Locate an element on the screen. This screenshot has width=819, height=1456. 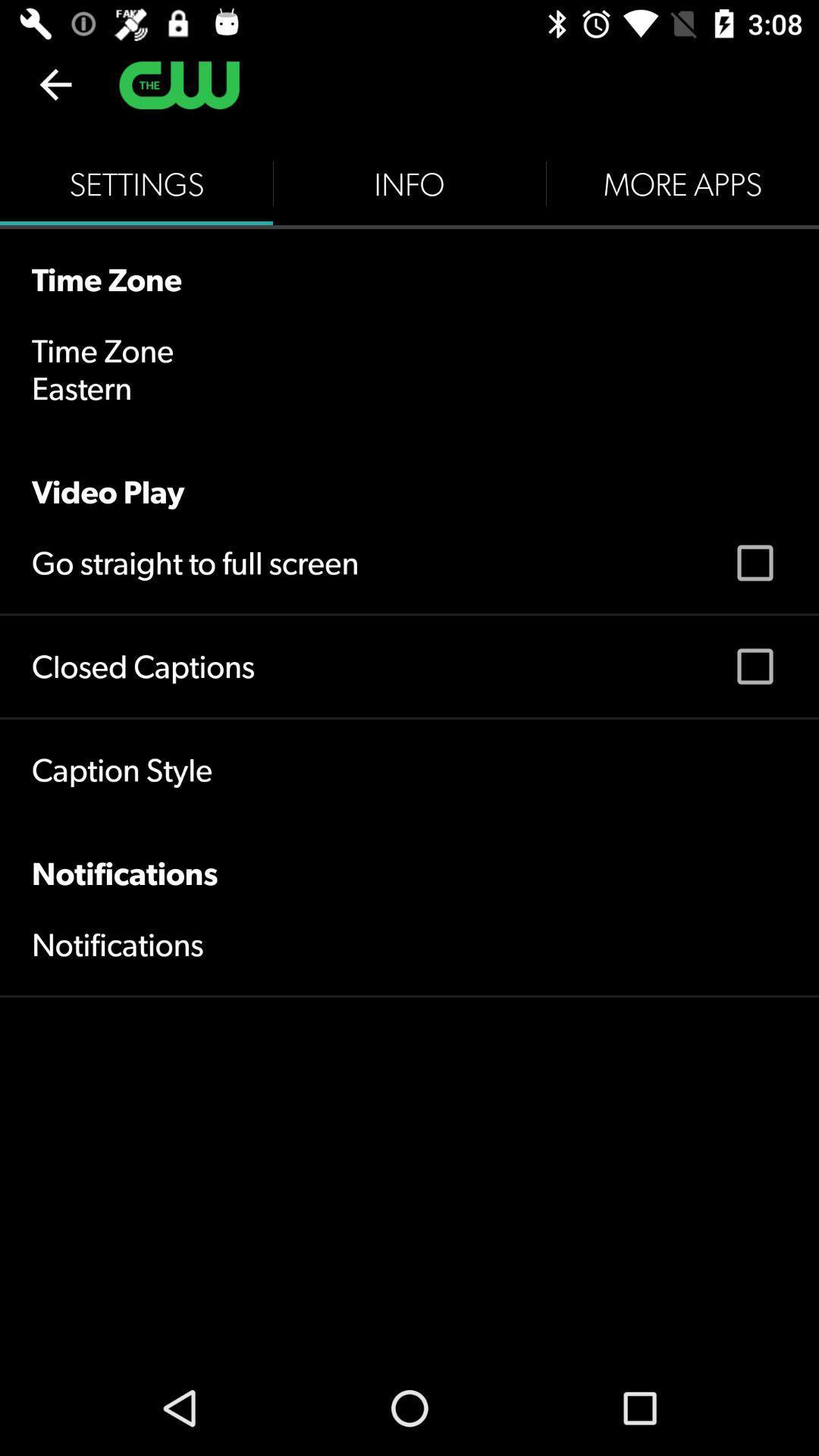
the go straight to item is located at coordinates (194, 562).